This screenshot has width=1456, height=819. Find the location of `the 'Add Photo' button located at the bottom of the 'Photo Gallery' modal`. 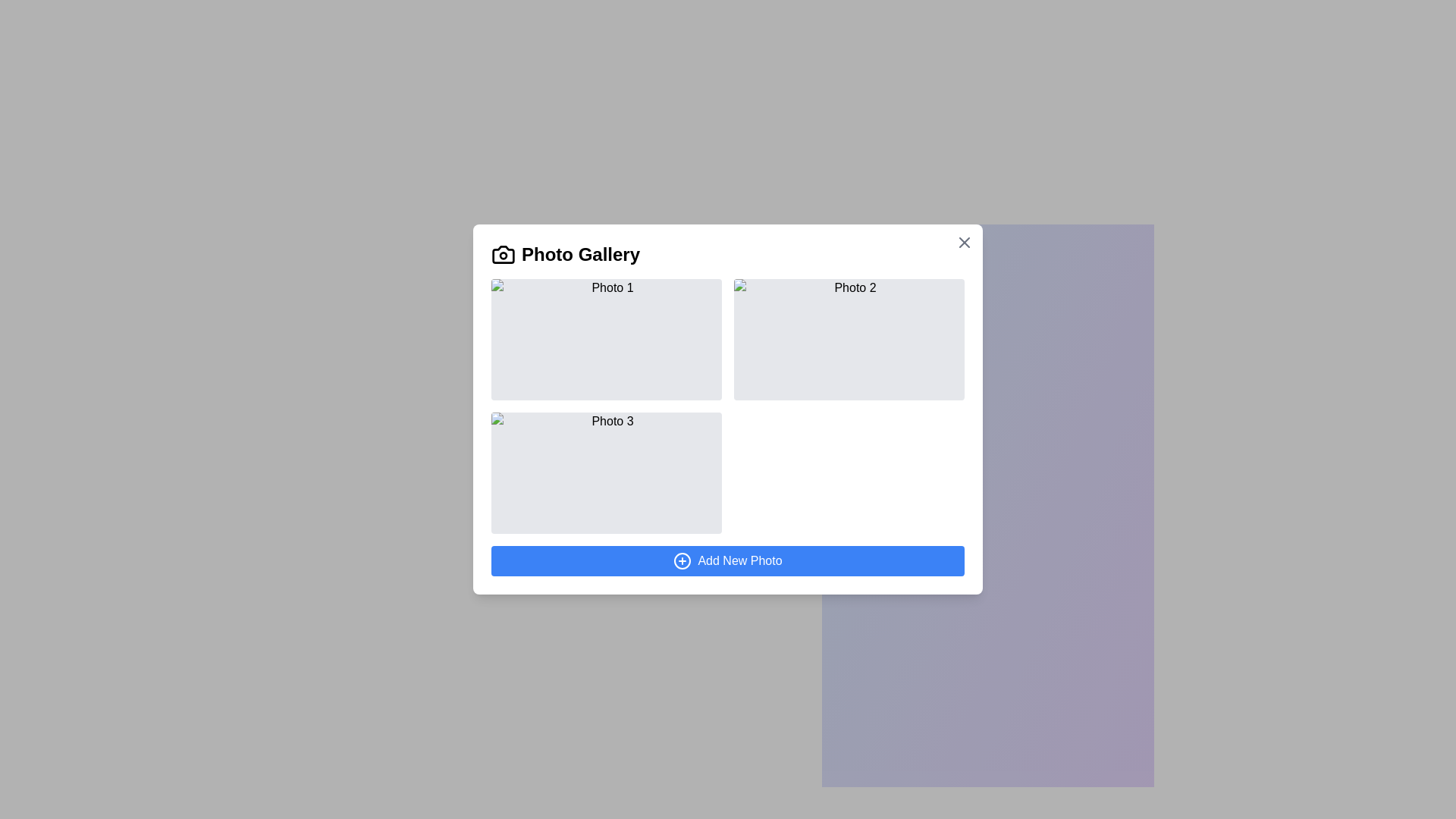

the 'Add Photo' button located at the bottom of the 'Photo Gallery' modal is located at coordinates (728, 561).